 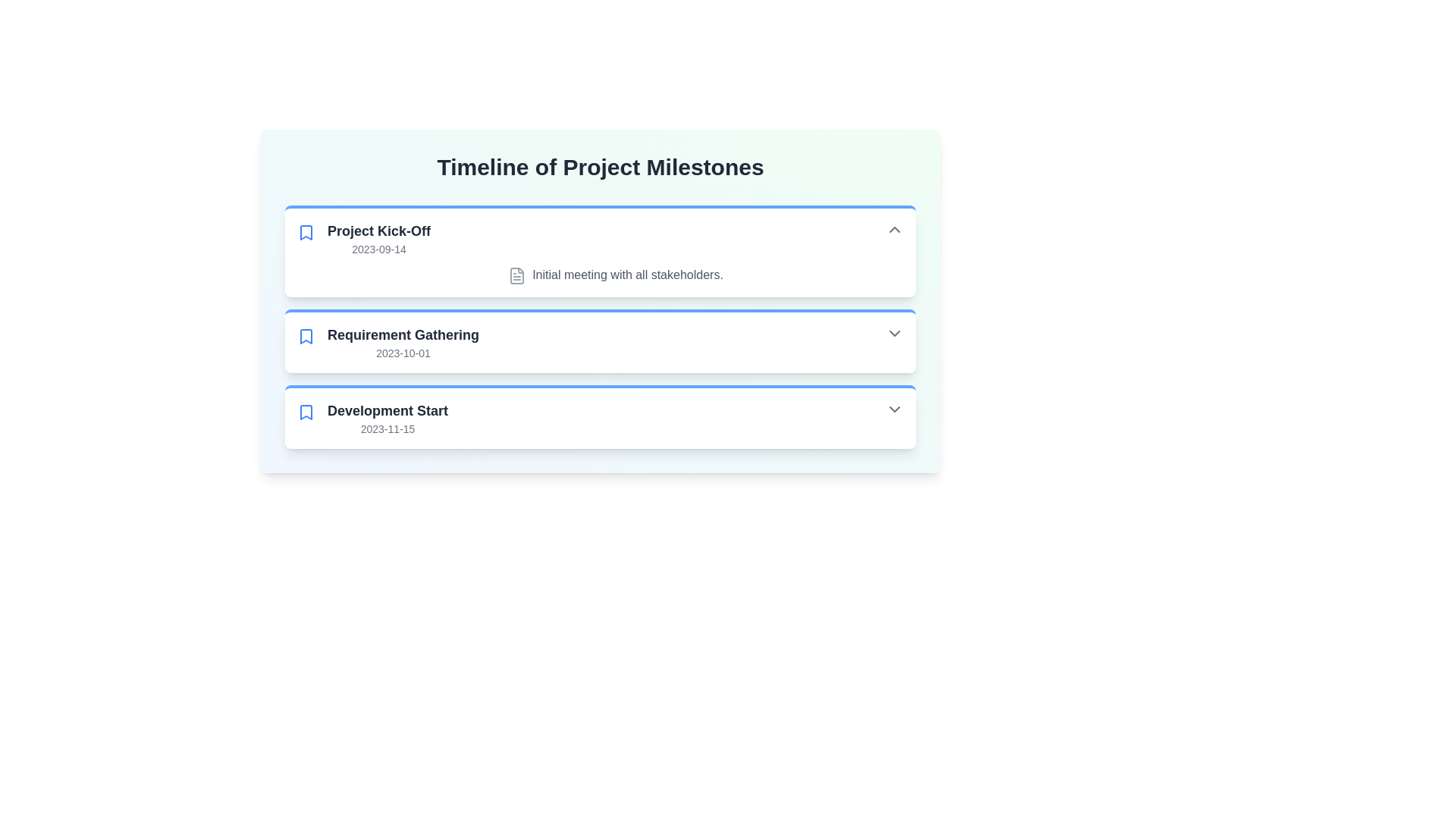 What do you see at coordinates (378, 248) in the screenshot?
I see `the informational text label displaying the date for the 'Project Kick-Off' milestone, located below the 'Project Kick-Off' text in the milestone list` at bounding box center [378, 248].